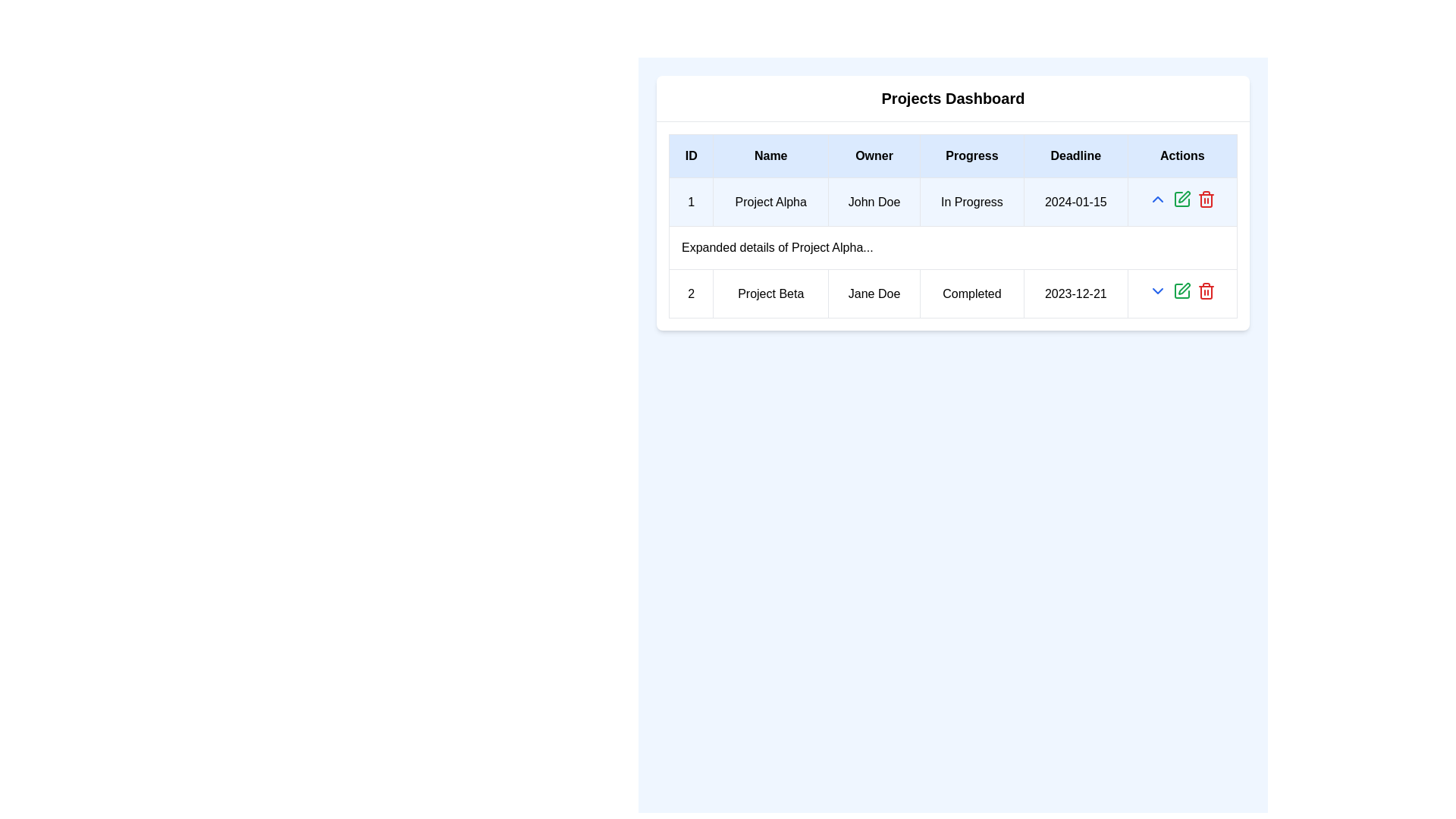 This screenshot has width=1456, height=819. I want to click on the 'Edit' or 'Modify' button icon located in the 'Actions' column of the second row of the table to invoke the associated action, so click(1183, 289).